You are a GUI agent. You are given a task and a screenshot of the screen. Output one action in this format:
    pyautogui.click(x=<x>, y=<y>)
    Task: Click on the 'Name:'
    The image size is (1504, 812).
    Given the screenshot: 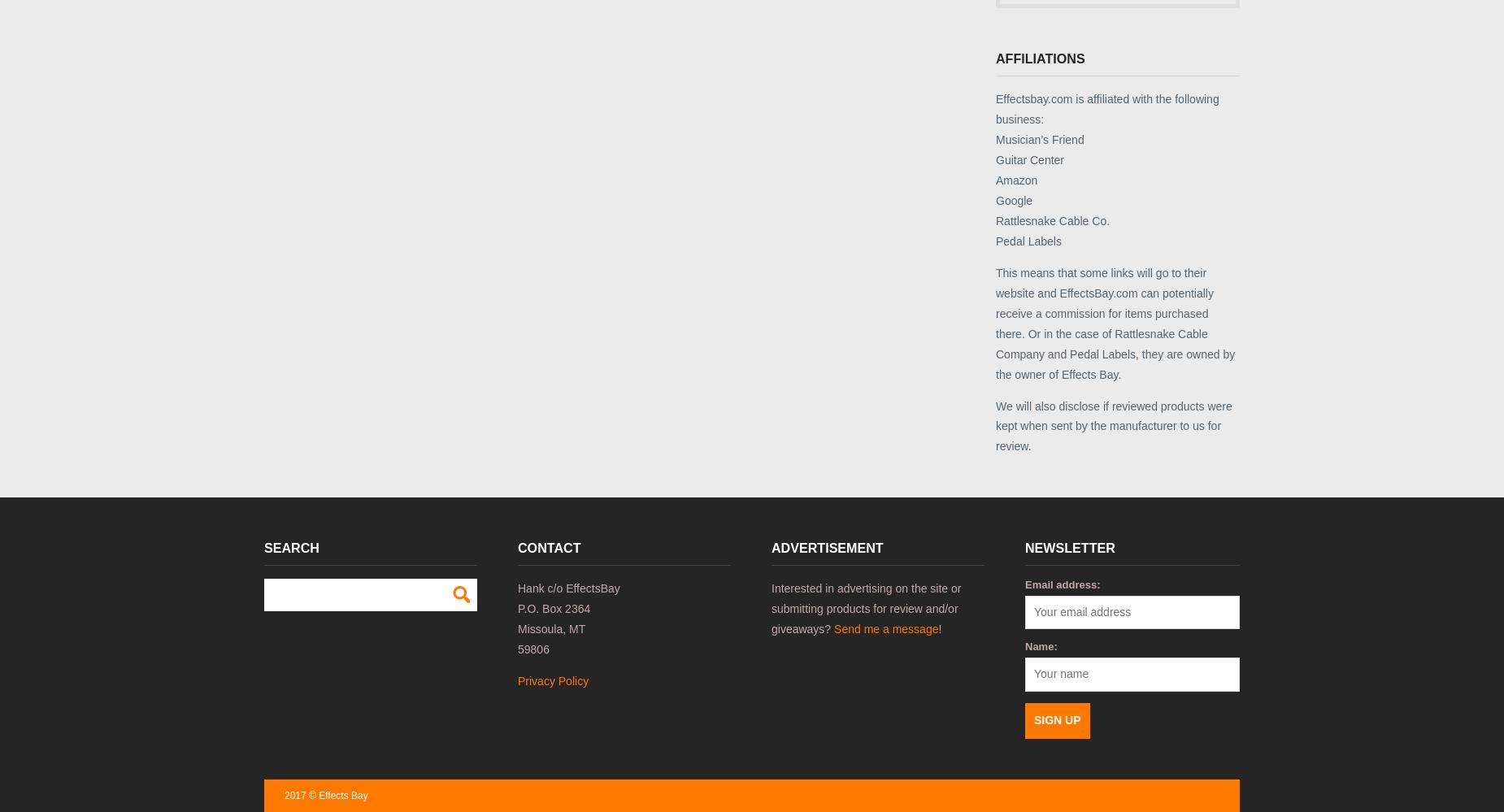 What is the action you would take?
    pyautogui.click(x=1040, y=646)
    